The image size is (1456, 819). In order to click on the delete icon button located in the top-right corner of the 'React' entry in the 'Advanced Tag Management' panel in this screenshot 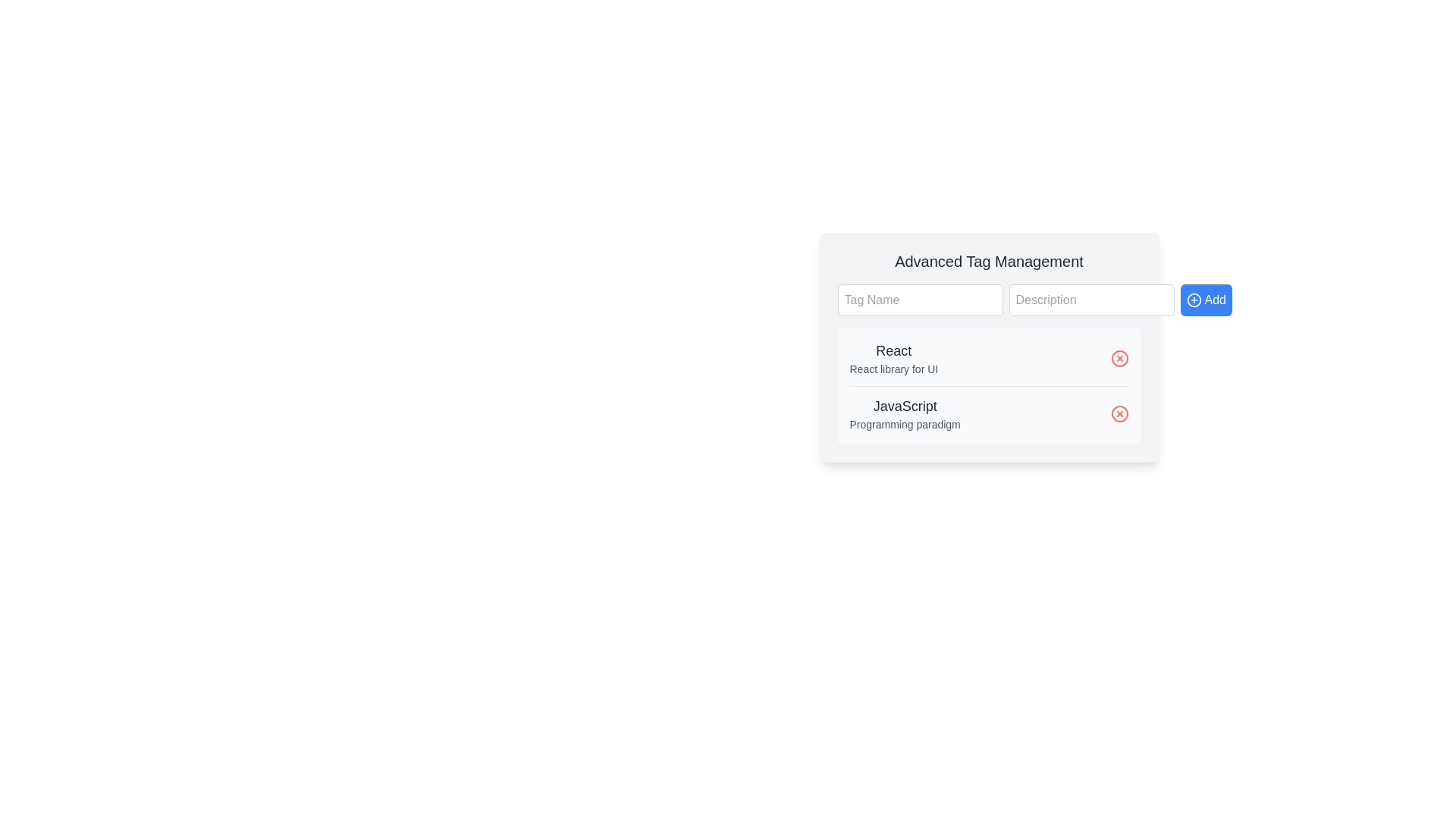, I will do `click(1119, 359)`.